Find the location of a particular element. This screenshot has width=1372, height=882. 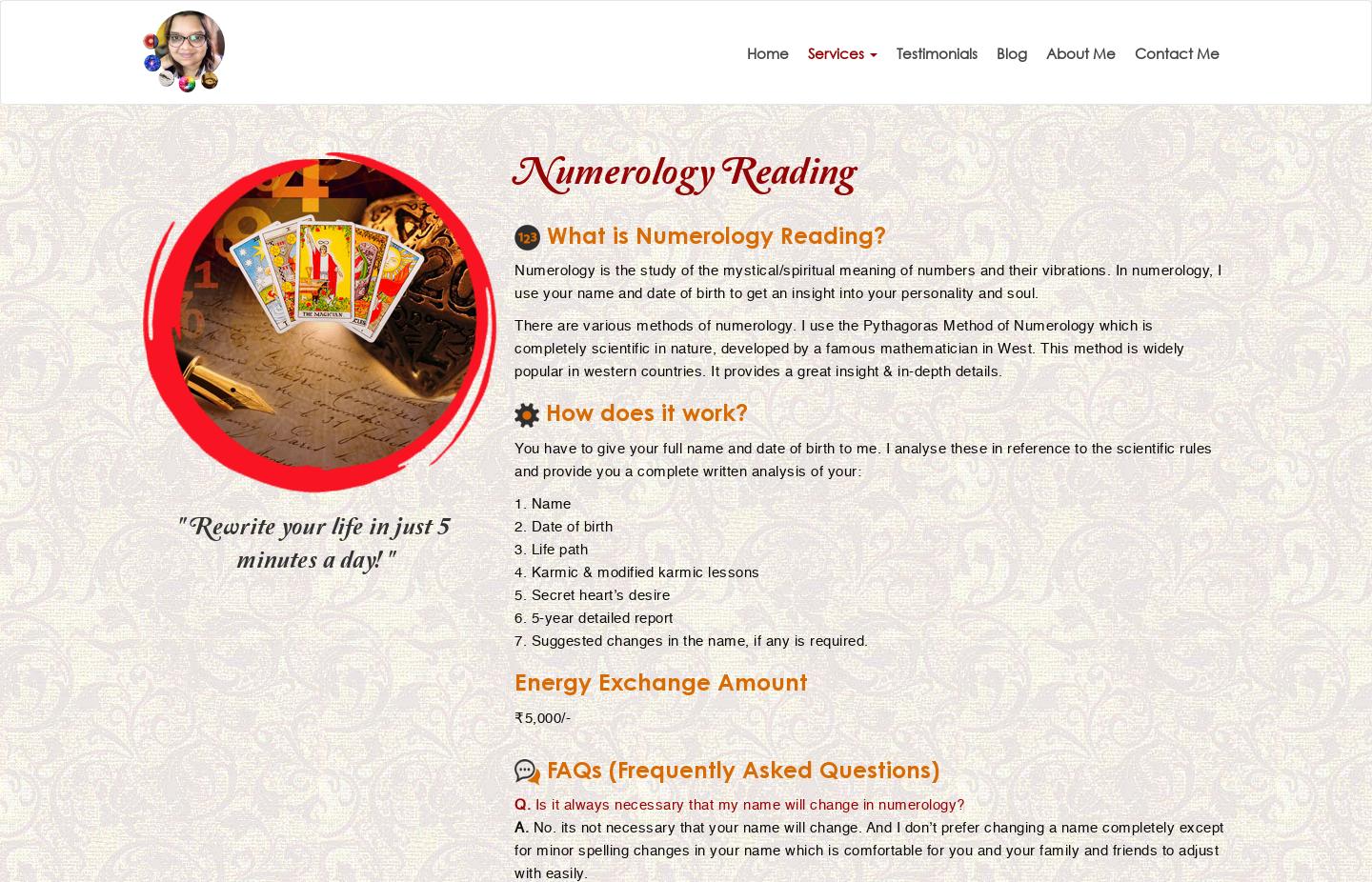

'What is Numerology Reading?' is located at coordinates (712, 238).